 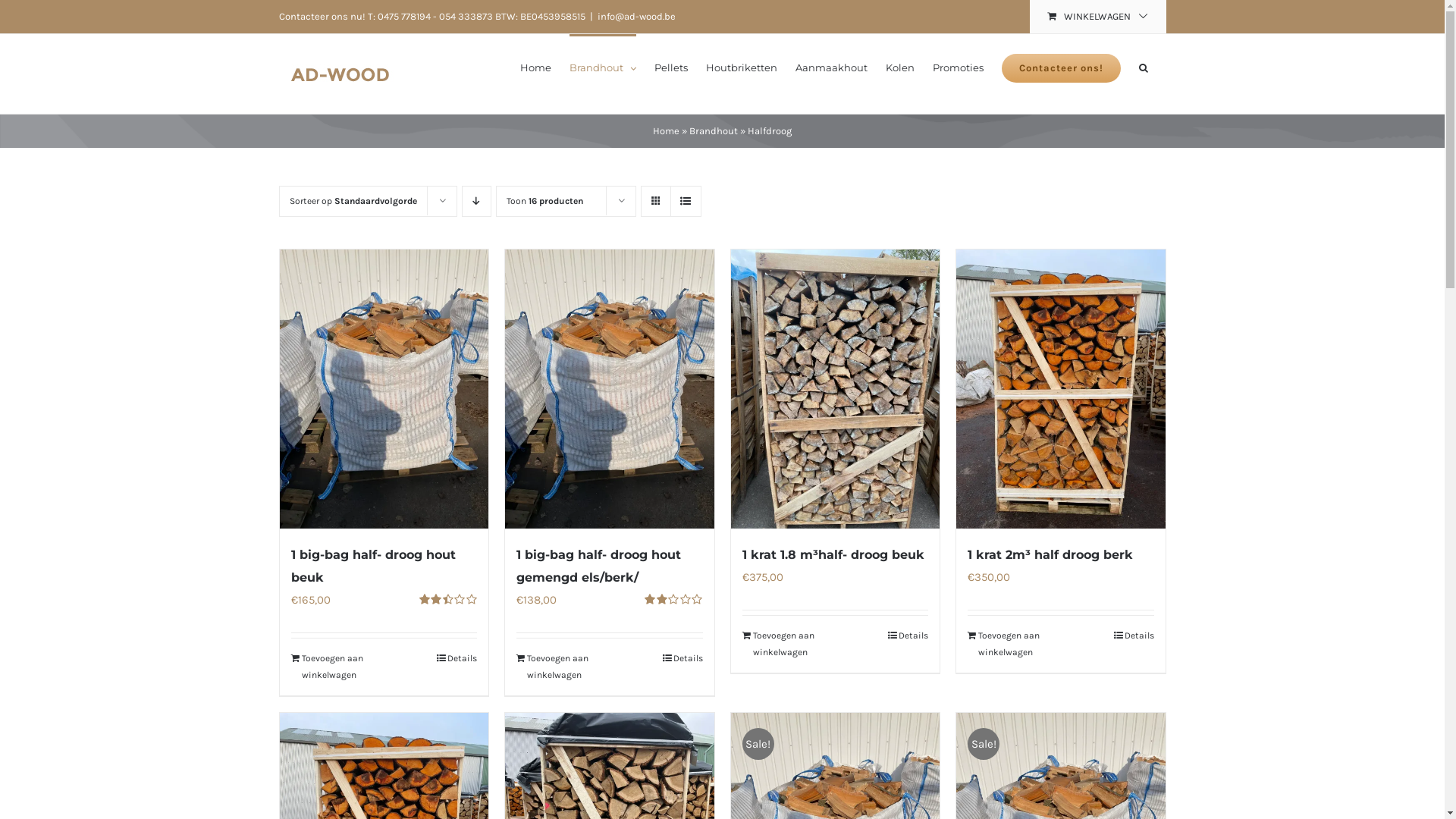 I want to click on 'Kolen', so click(x=899, y=66).